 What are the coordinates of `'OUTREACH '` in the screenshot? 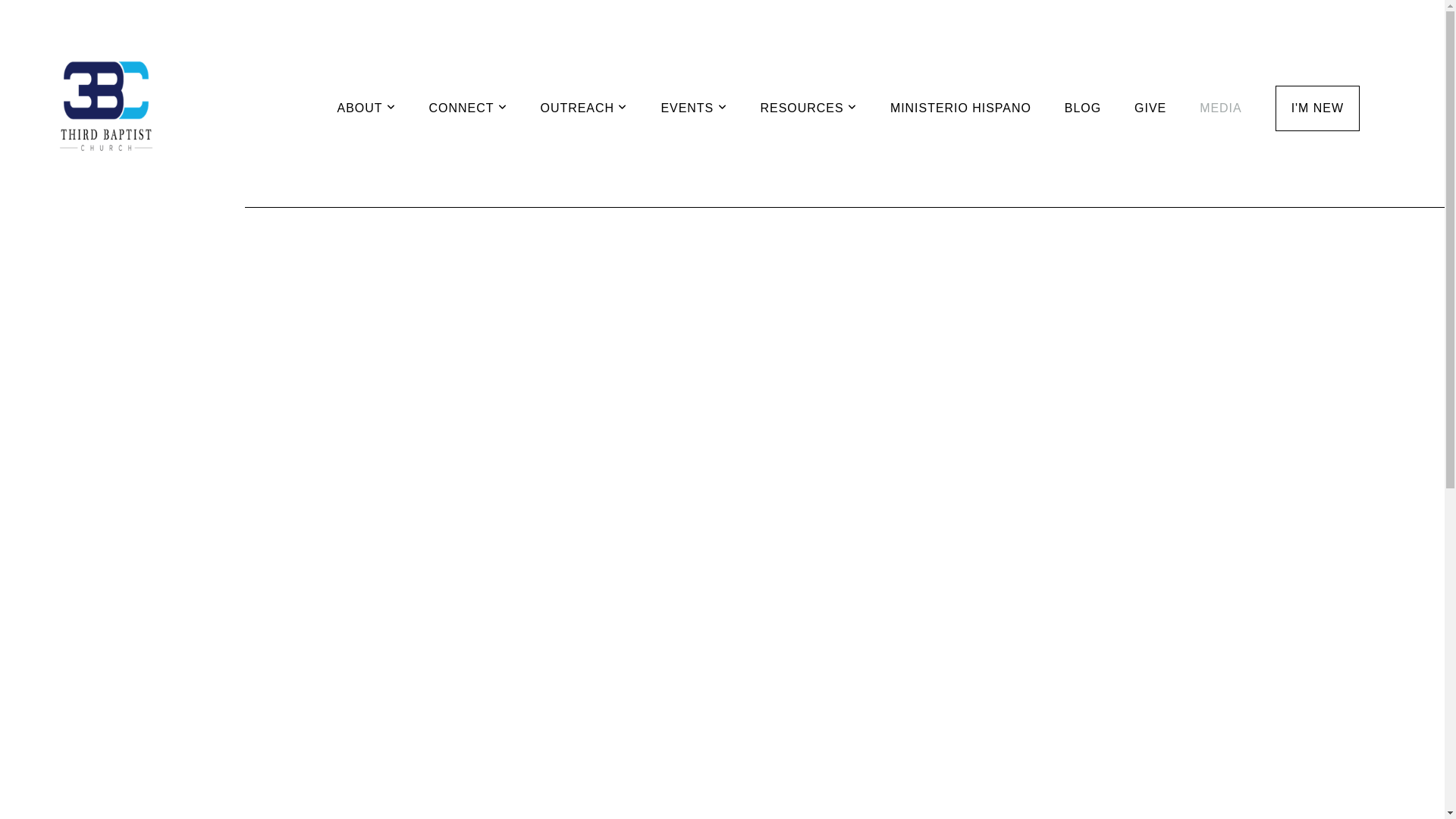 It's located at (583, 107).